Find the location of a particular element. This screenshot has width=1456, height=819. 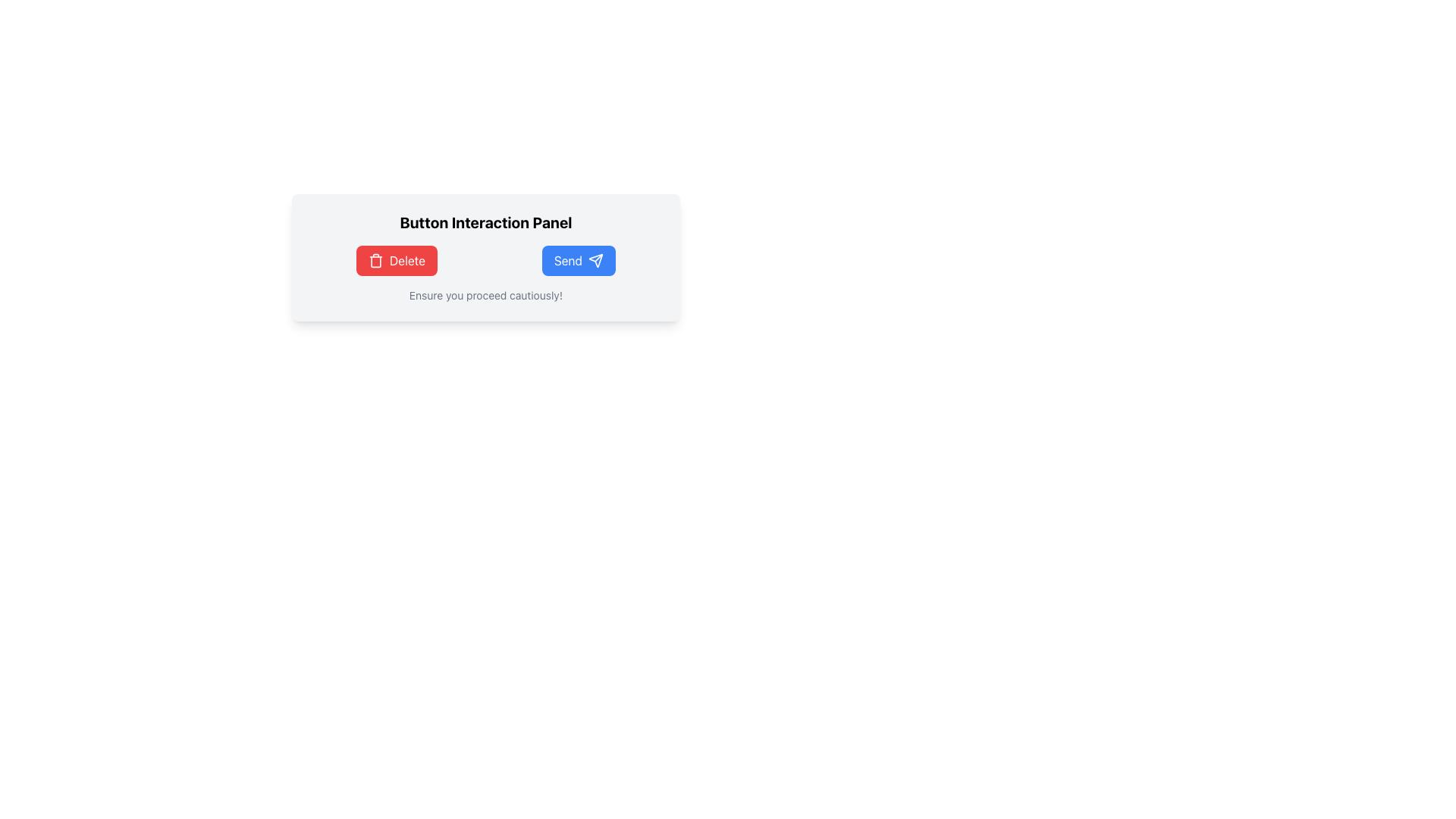

the confirmation button located to the right of the red 'Delete' button in the upper-right section of the interface panel for keyboard interaction is located at coordinates (578, 259).